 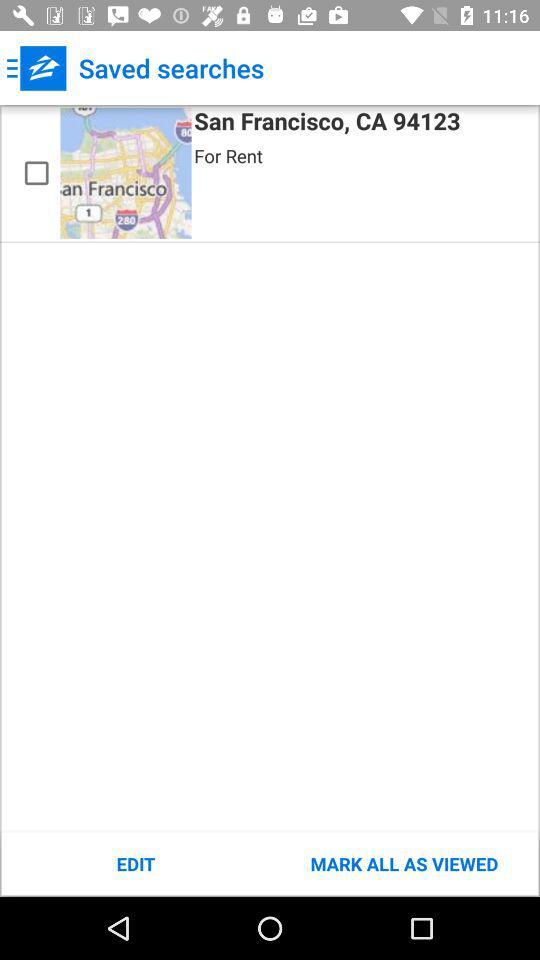 What do you see at coordinates (404, 863) in the screenshot?
I see `mark all as item` at bounding box center [404, 863].